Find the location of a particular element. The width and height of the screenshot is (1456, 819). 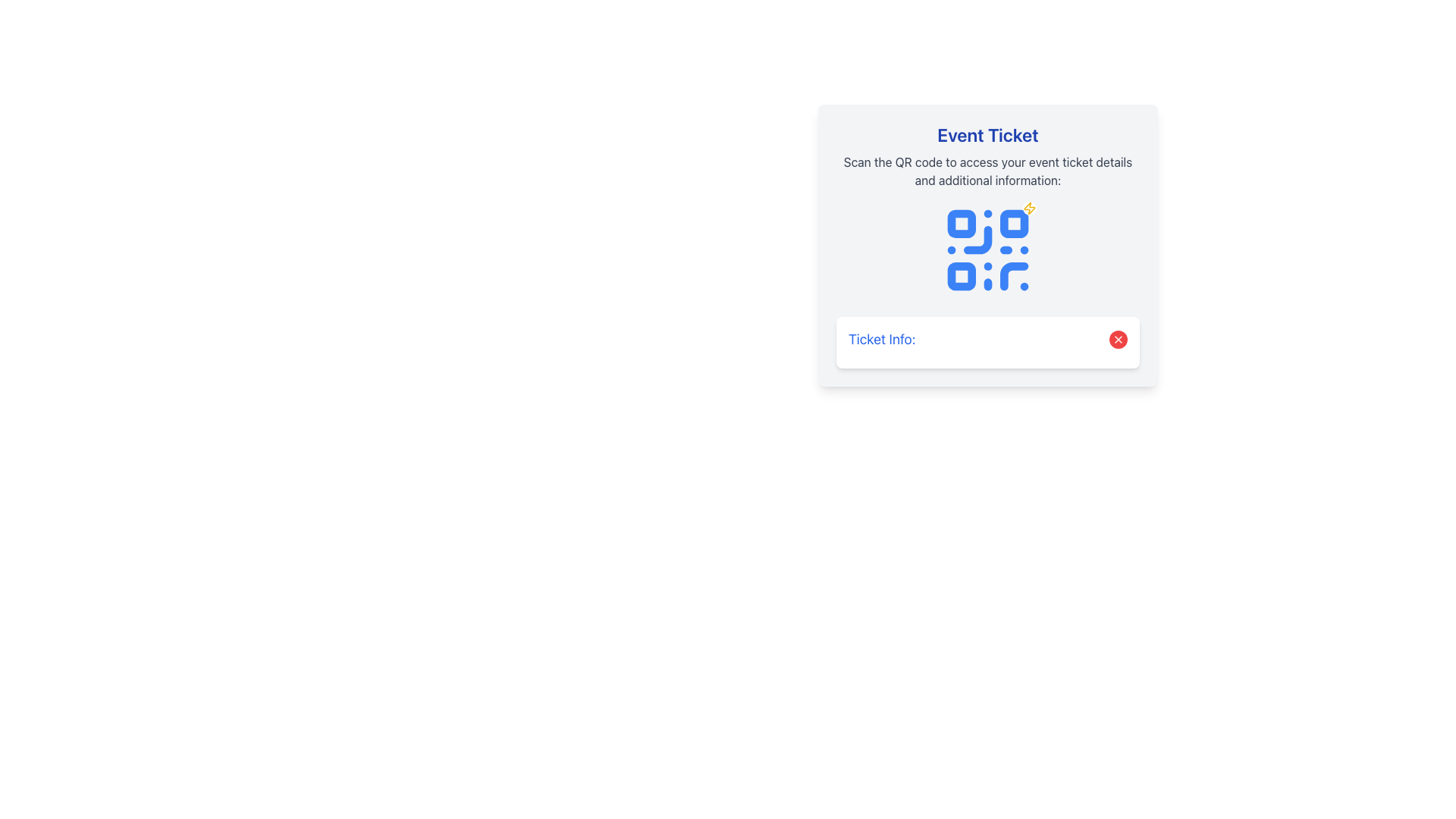

the QR code element located at the center of the card layout, which is positioned below the instruction text and above the ticket info section is located at coordinates (987, 249).